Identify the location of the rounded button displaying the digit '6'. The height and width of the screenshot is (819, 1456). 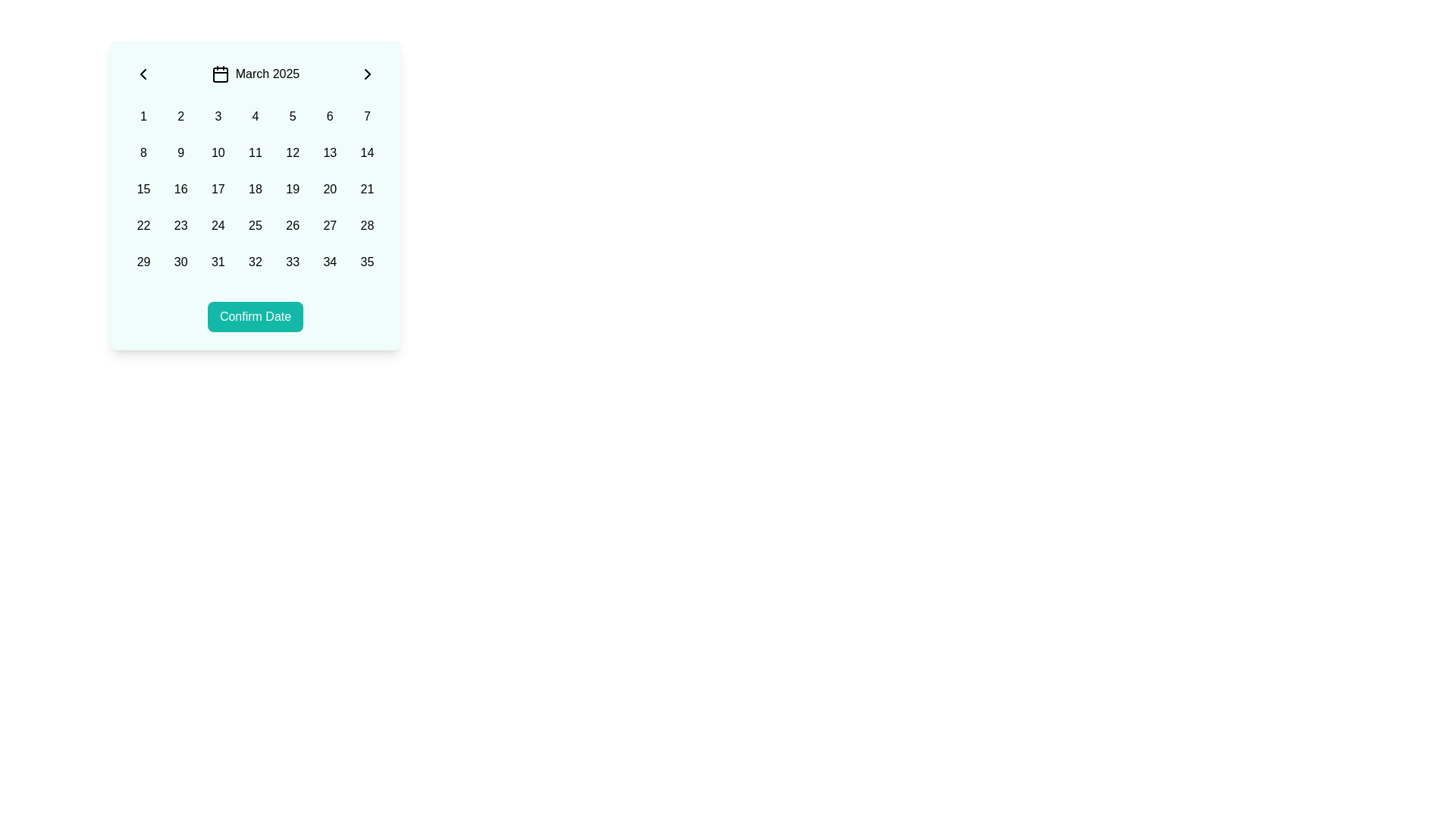
(329, 116).